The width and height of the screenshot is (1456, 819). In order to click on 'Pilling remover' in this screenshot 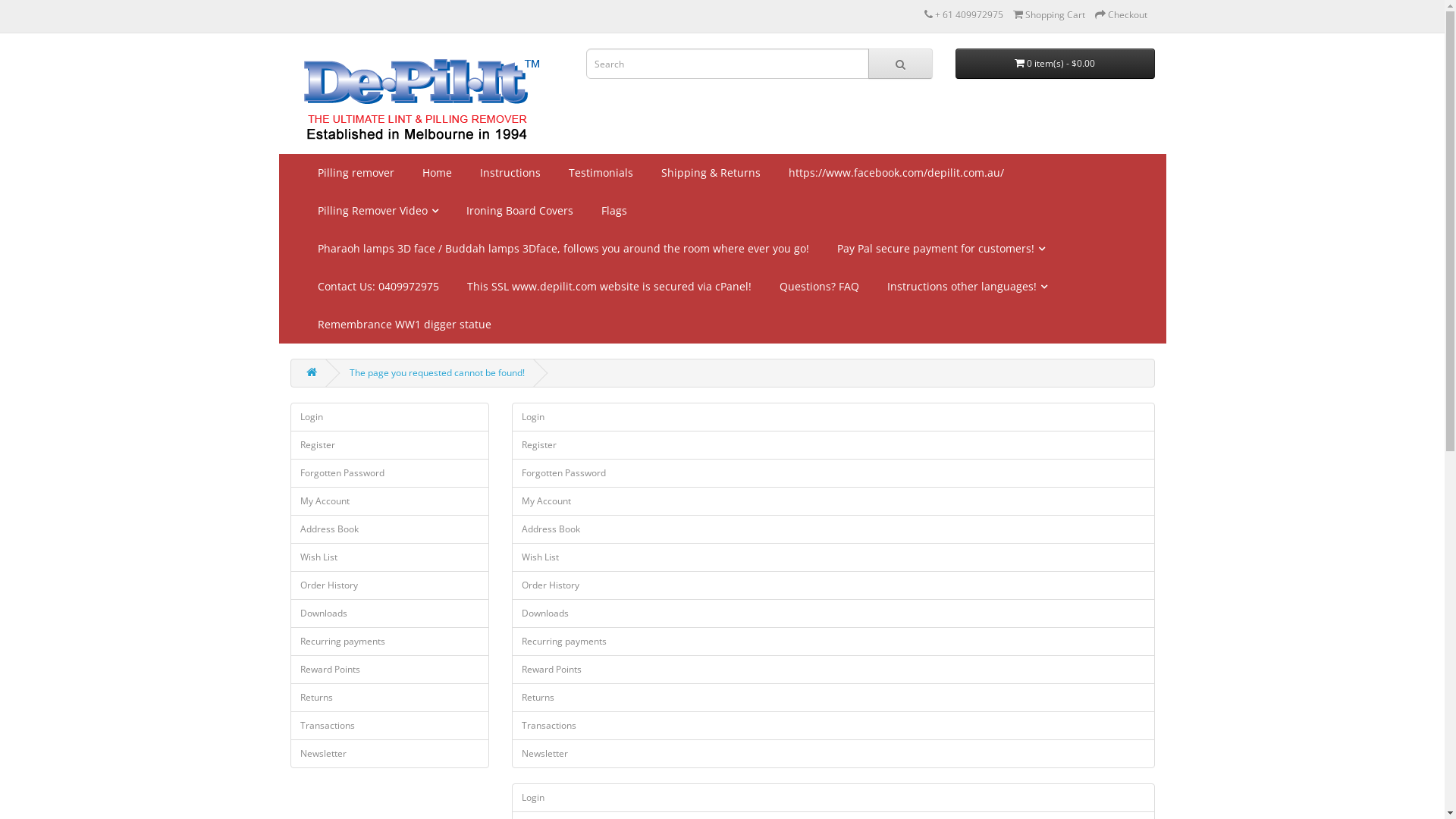, I will do `click(302, 171)`.